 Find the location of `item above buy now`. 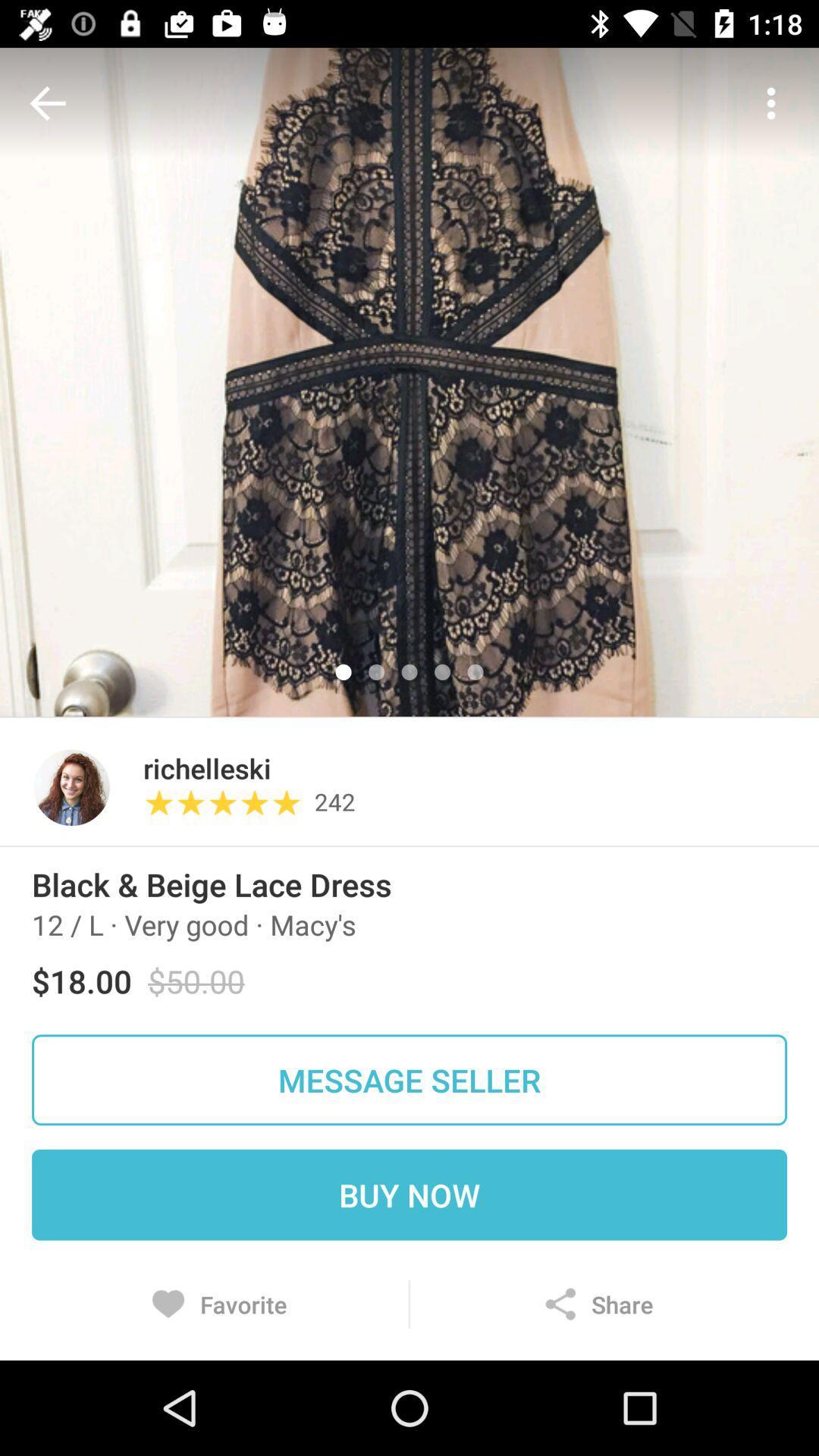

item above buy now is located at coordinates (409, 1079).